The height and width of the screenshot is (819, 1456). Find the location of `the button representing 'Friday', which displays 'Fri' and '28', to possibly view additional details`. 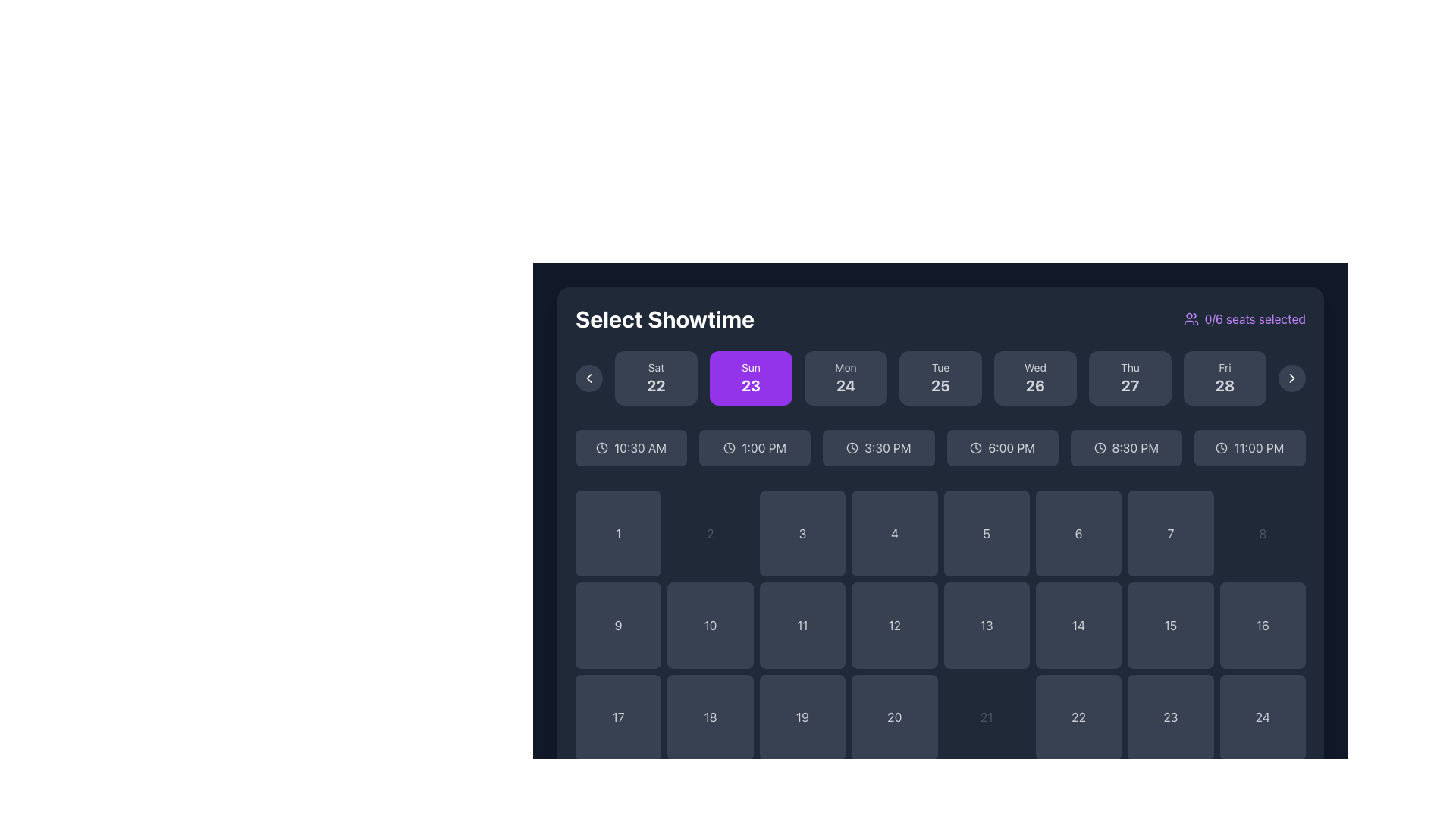

the button representing 'Friday', which displays 'Fri' and '28', to possibly view additional details is located at coordinates (1225, 377).